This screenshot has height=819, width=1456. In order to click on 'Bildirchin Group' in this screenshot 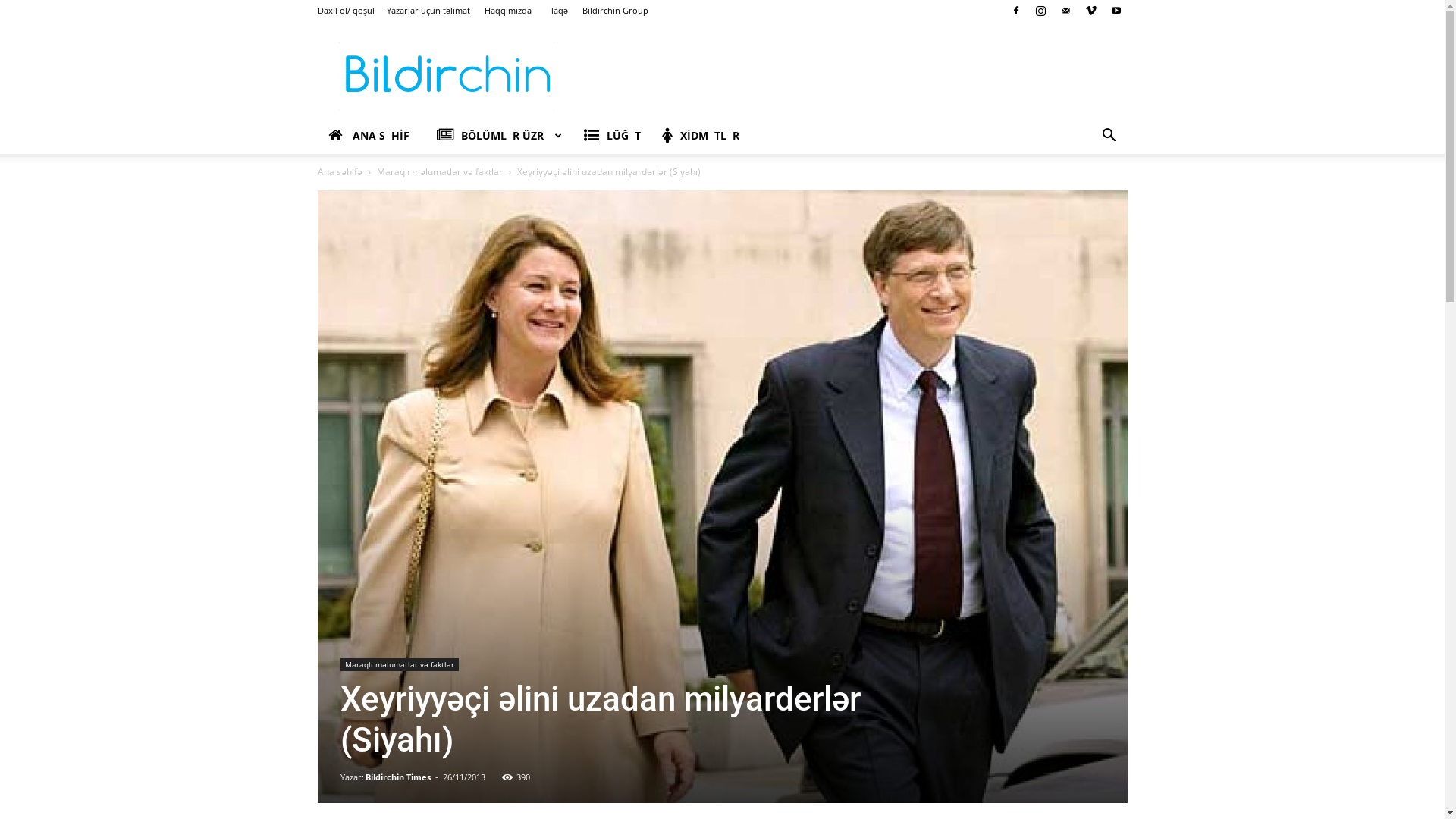, I will do `click(615, 10)`.